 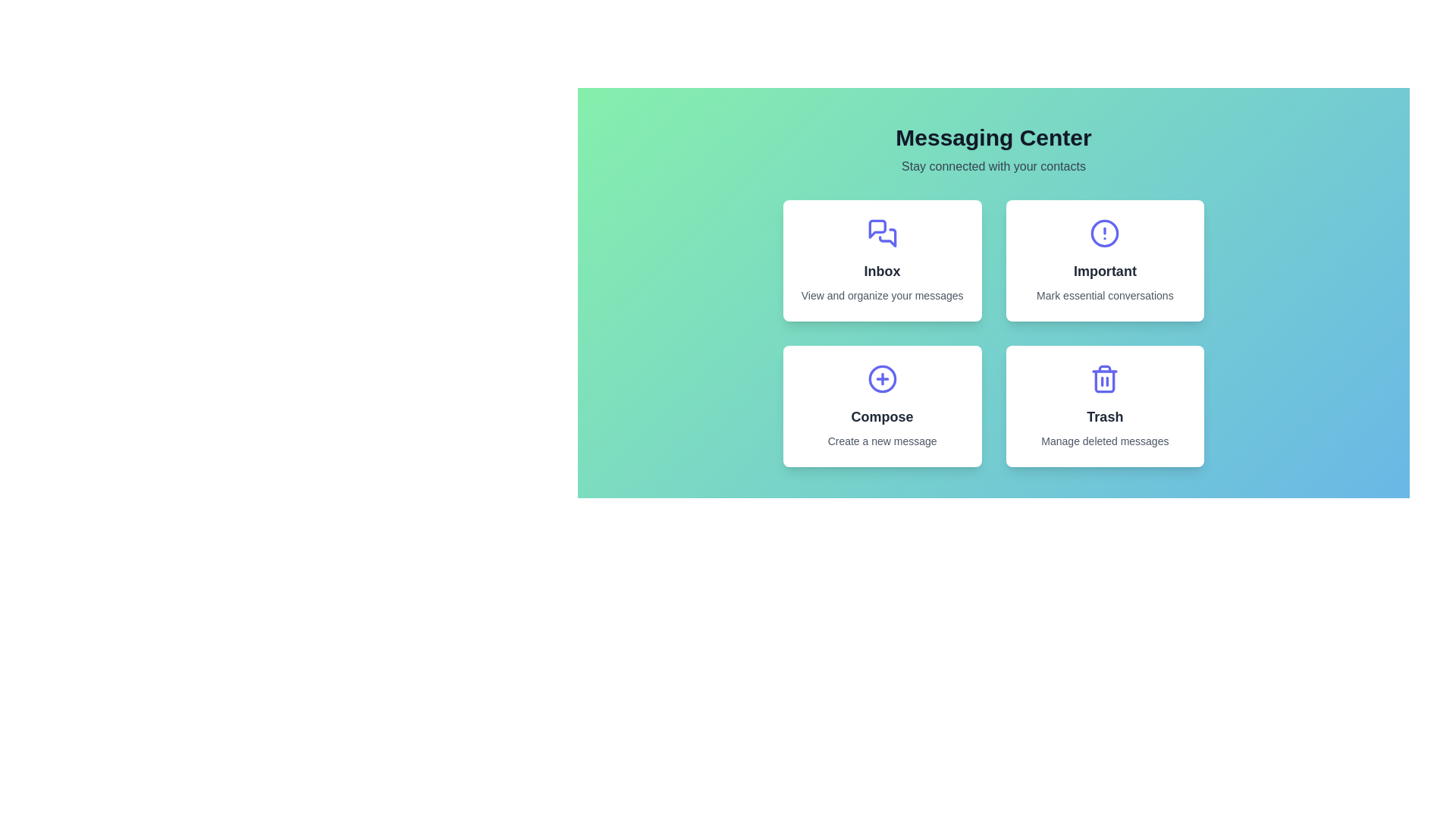 What do you see at coordinates (1105, 378) in the screenshot?
I see `the trash can icon, which is styled in blue and located in the bottom-right of the 'Trash' card` at bounding box center [1105, 378].